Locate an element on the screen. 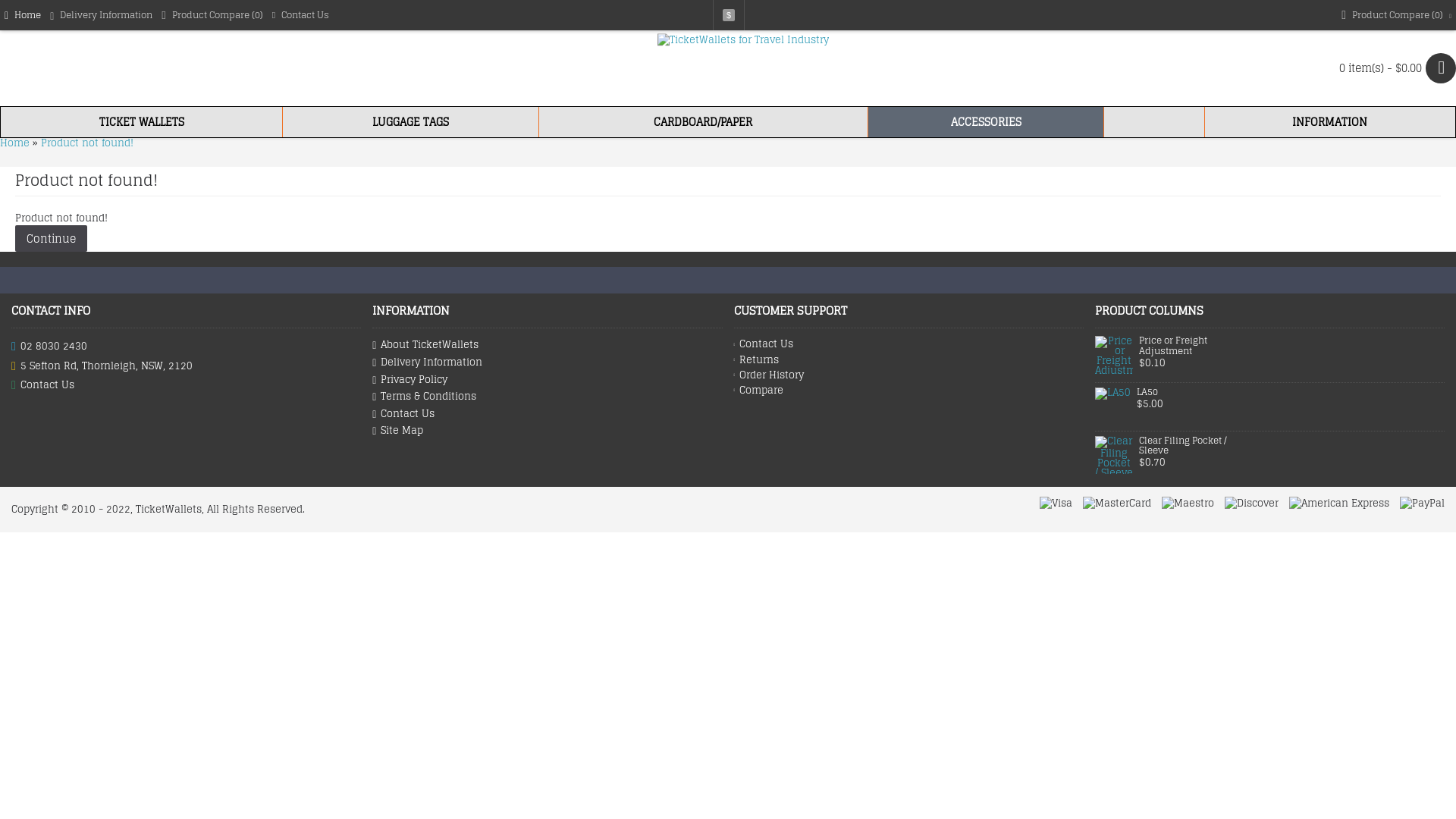  'Price or Freight Adjustment' is located at coordinates (1192, 345).